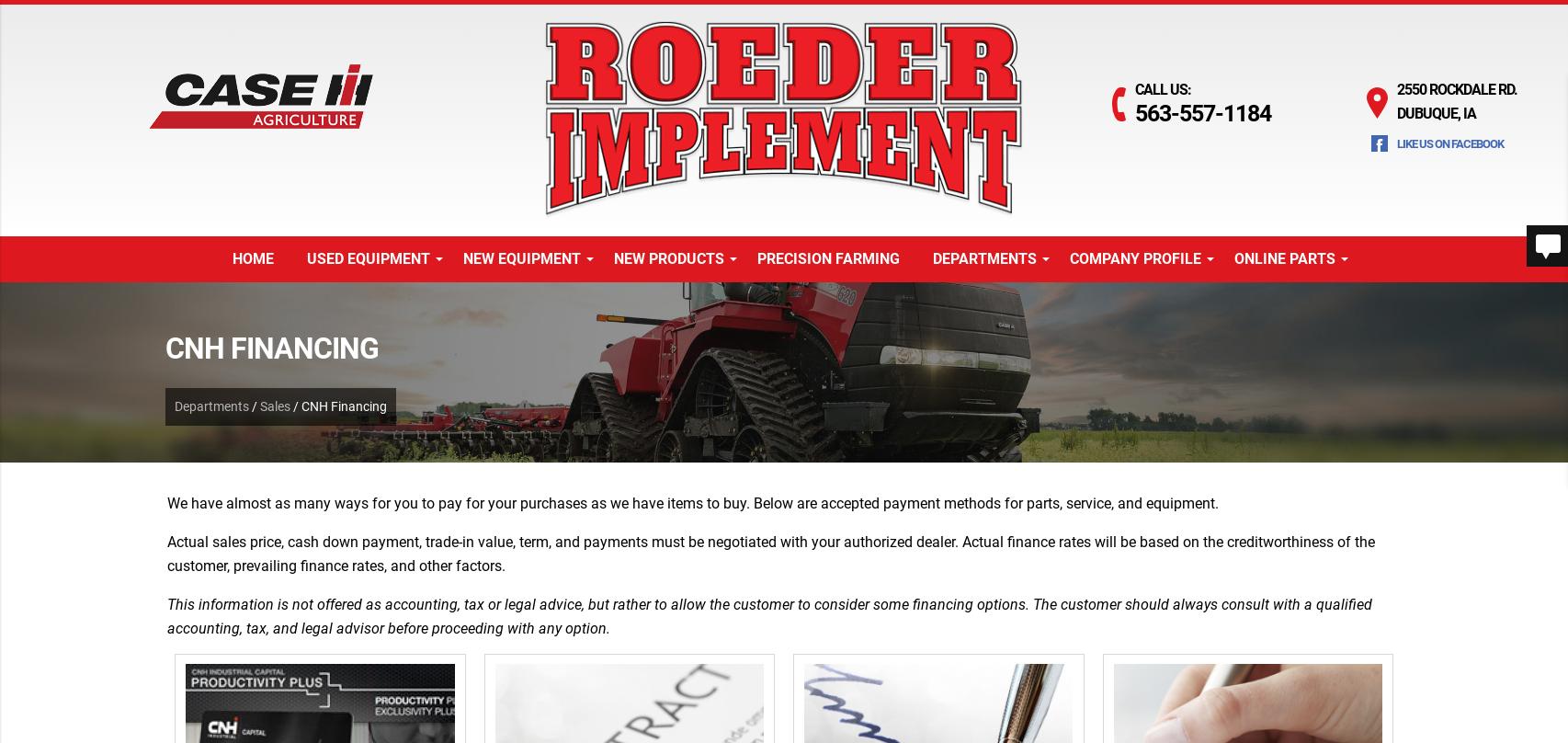 The image size is (1568, 743). What do you see at coordinates (1135, 257) in the screenshot?
I see `'Company Profile'` at bounding box center [1135, 257].